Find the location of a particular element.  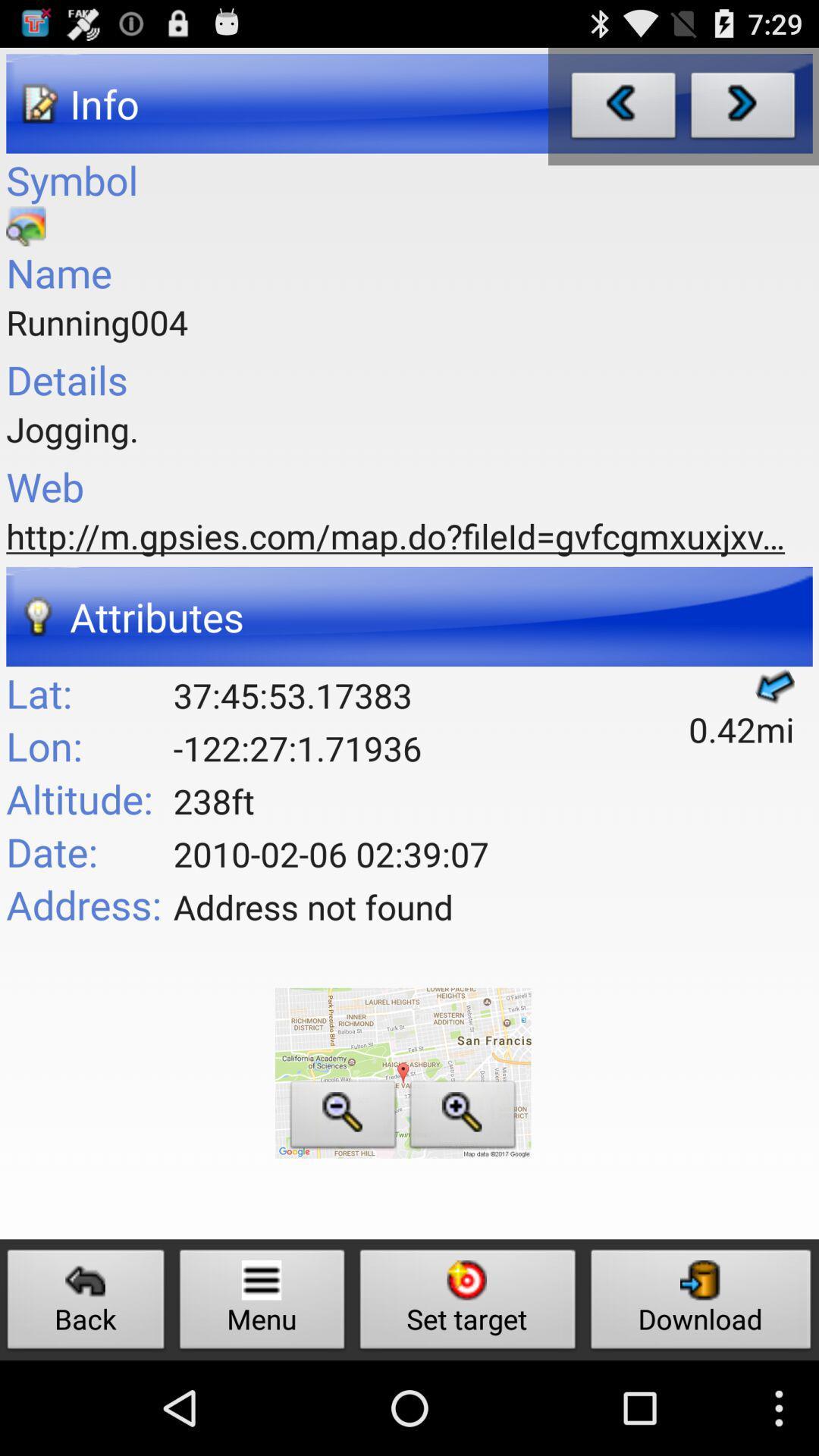

app to the right of the symbol item is located at coordinates (623, 108).